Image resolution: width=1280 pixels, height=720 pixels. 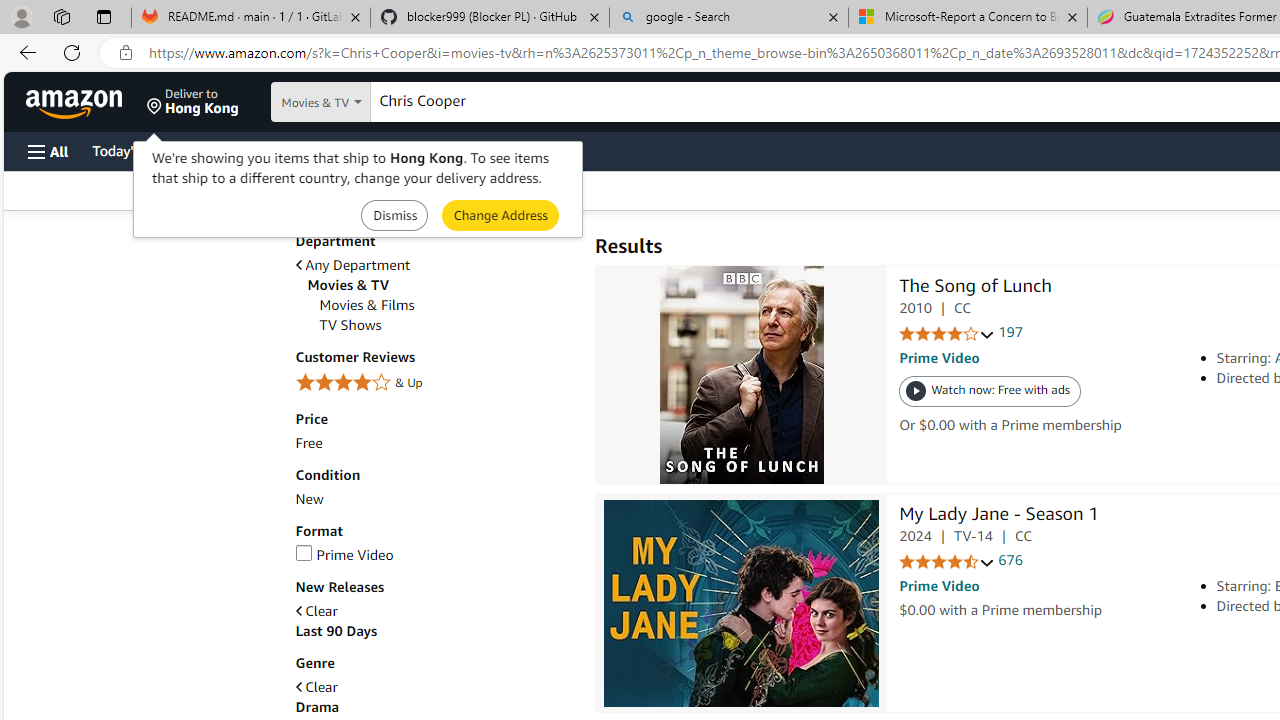 I want to click on 'Change Address', so click(x=499, y=215).